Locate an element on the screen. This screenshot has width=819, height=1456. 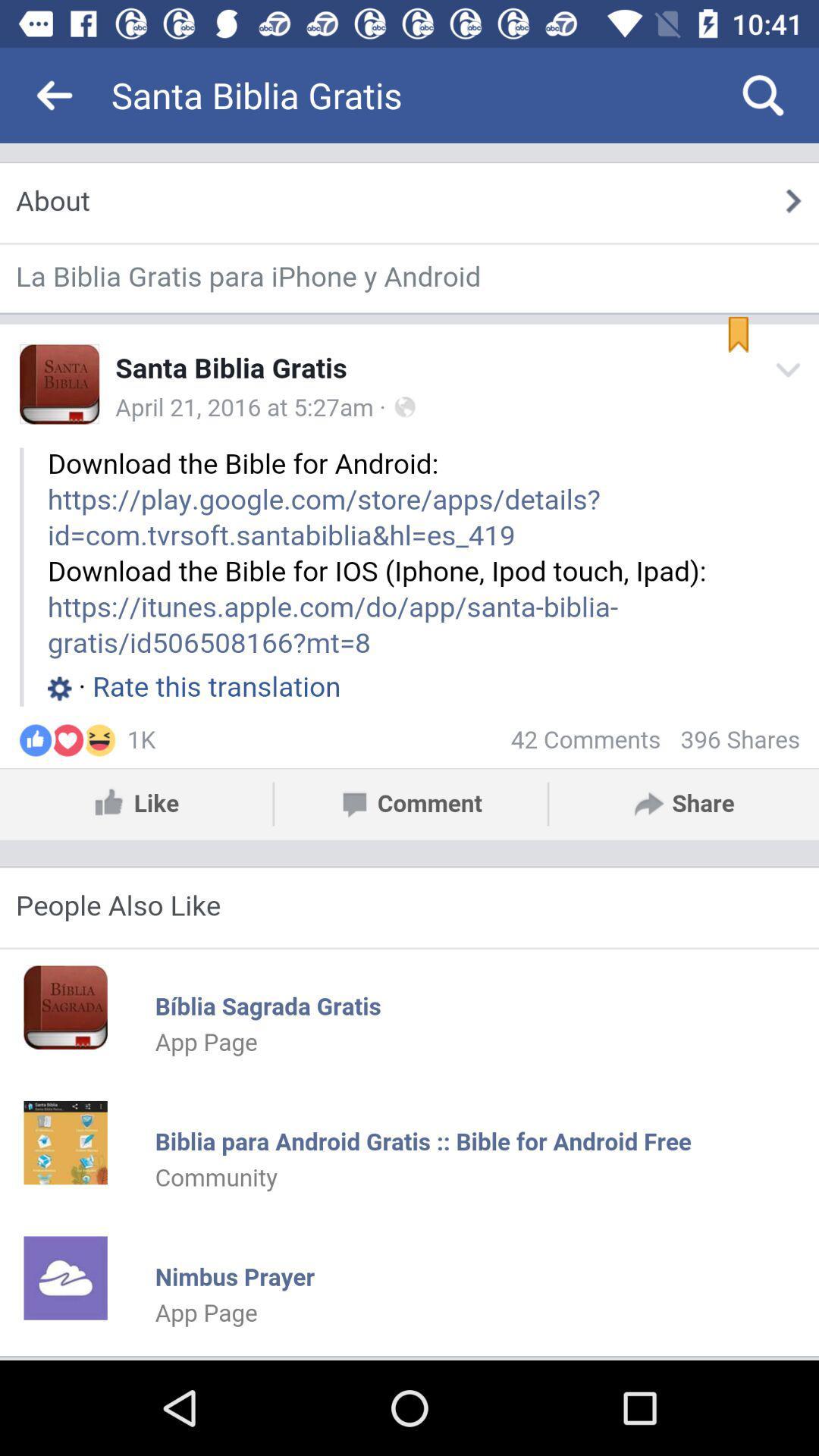
the icon next to santa biblia gratis icon is located at coordinates (763, 94).